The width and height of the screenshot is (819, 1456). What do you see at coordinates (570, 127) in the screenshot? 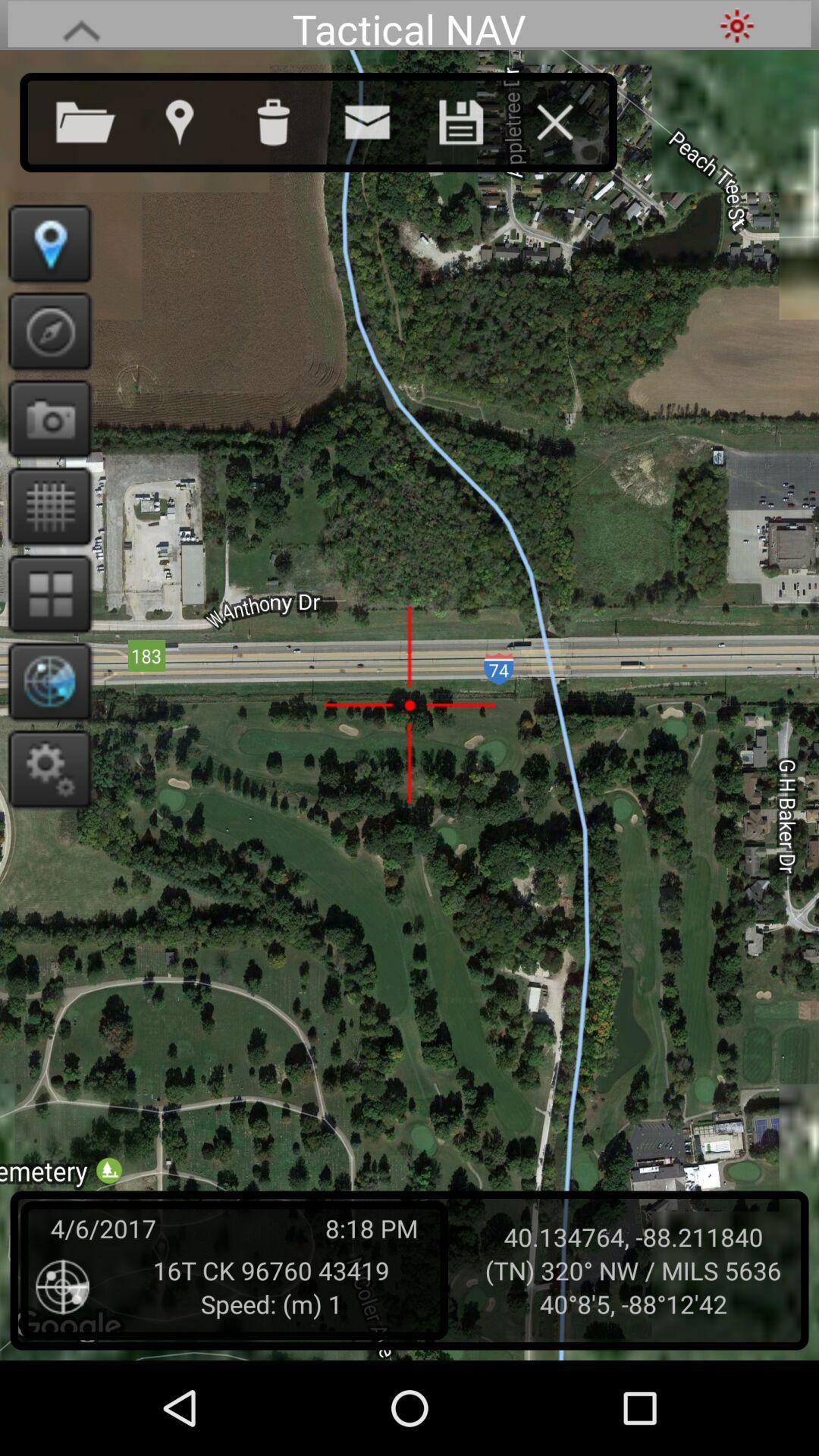
I see `the close icon` at bounding box center [570, 127].